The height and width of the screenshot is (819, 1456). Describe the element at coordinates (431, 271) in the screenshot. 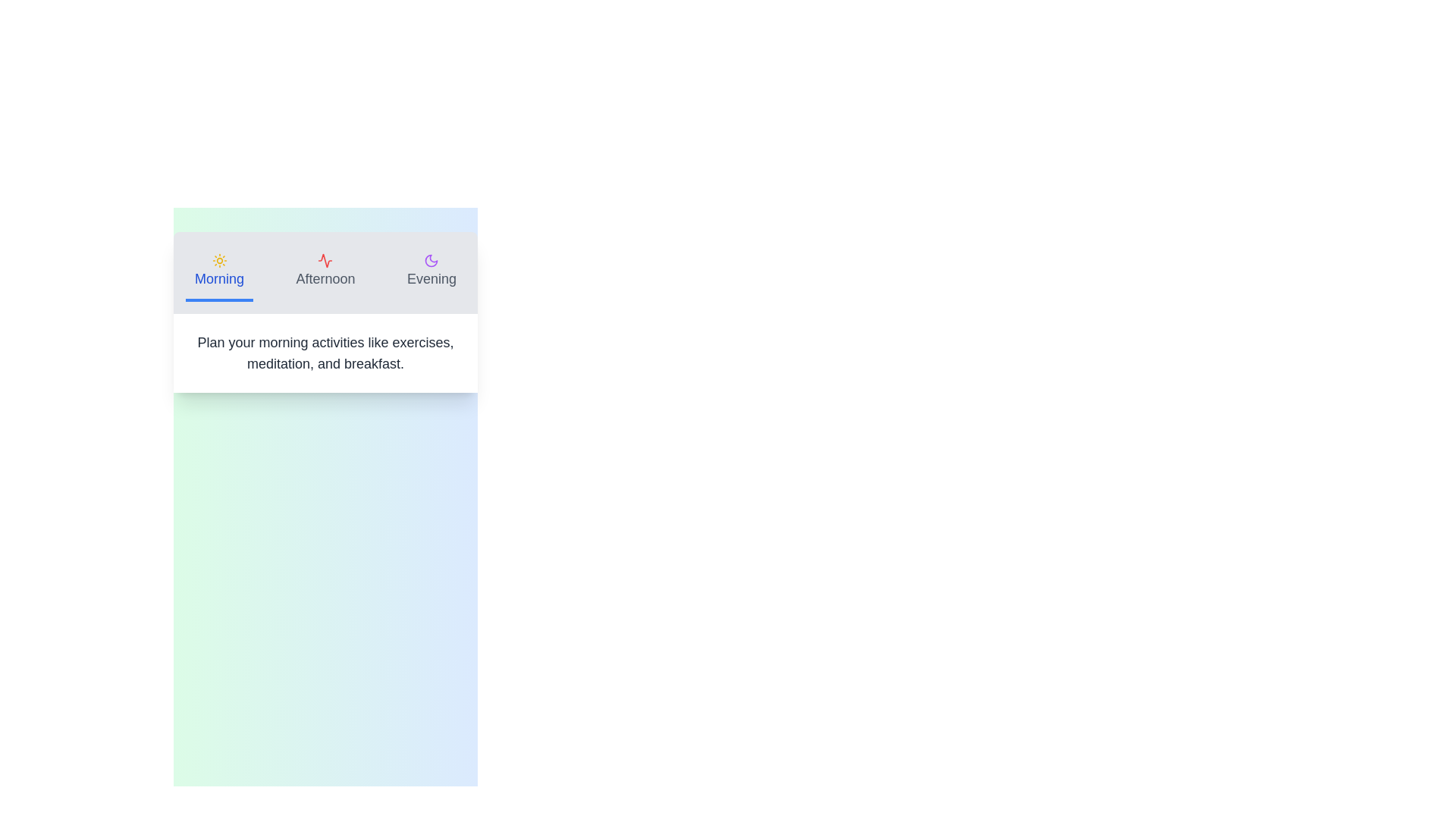

I see `the Evening tab by clicking on its button` at that location.